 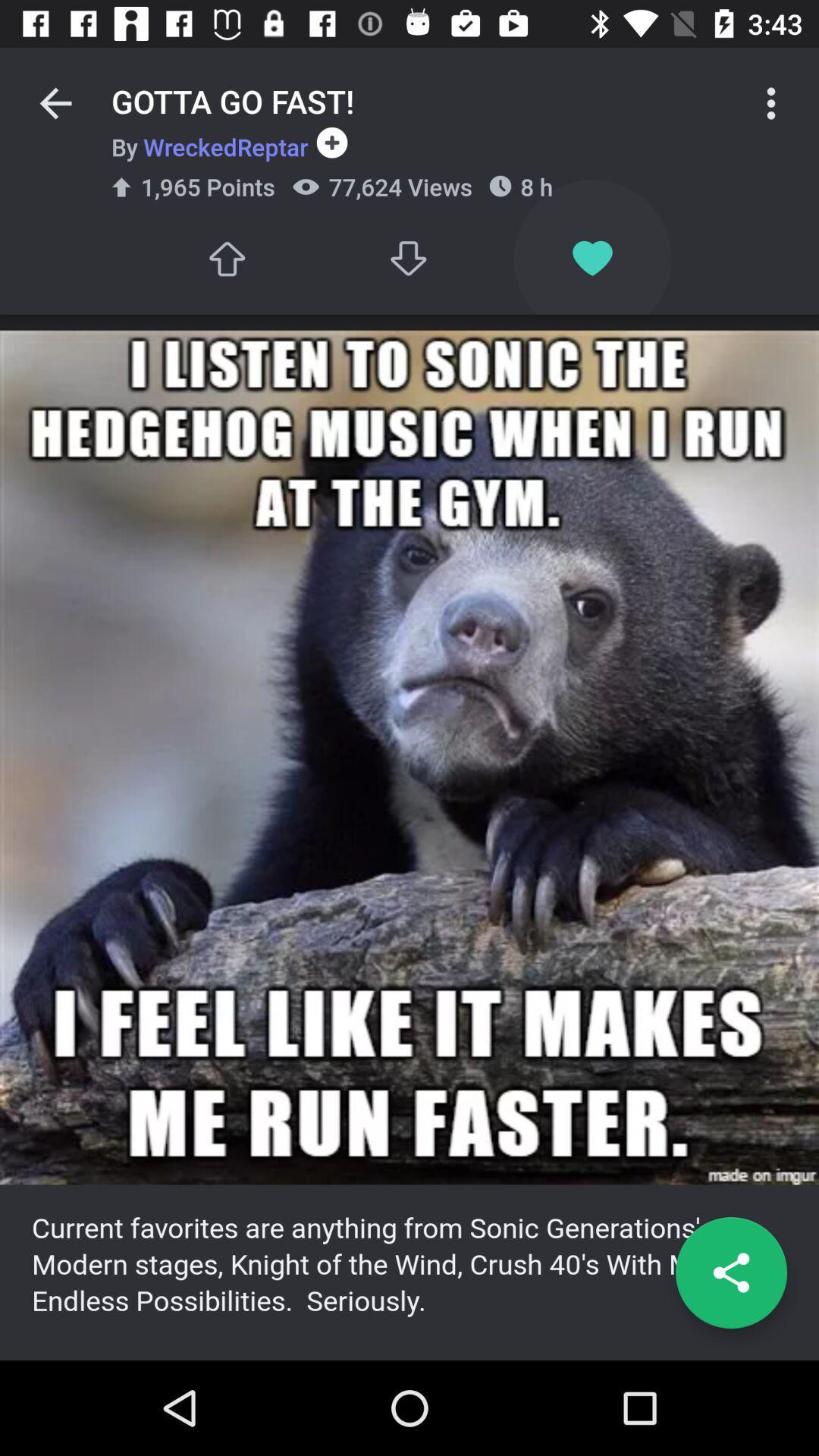 I want to click on the item below gotta go fast! icon, so click(x=209, y=146).